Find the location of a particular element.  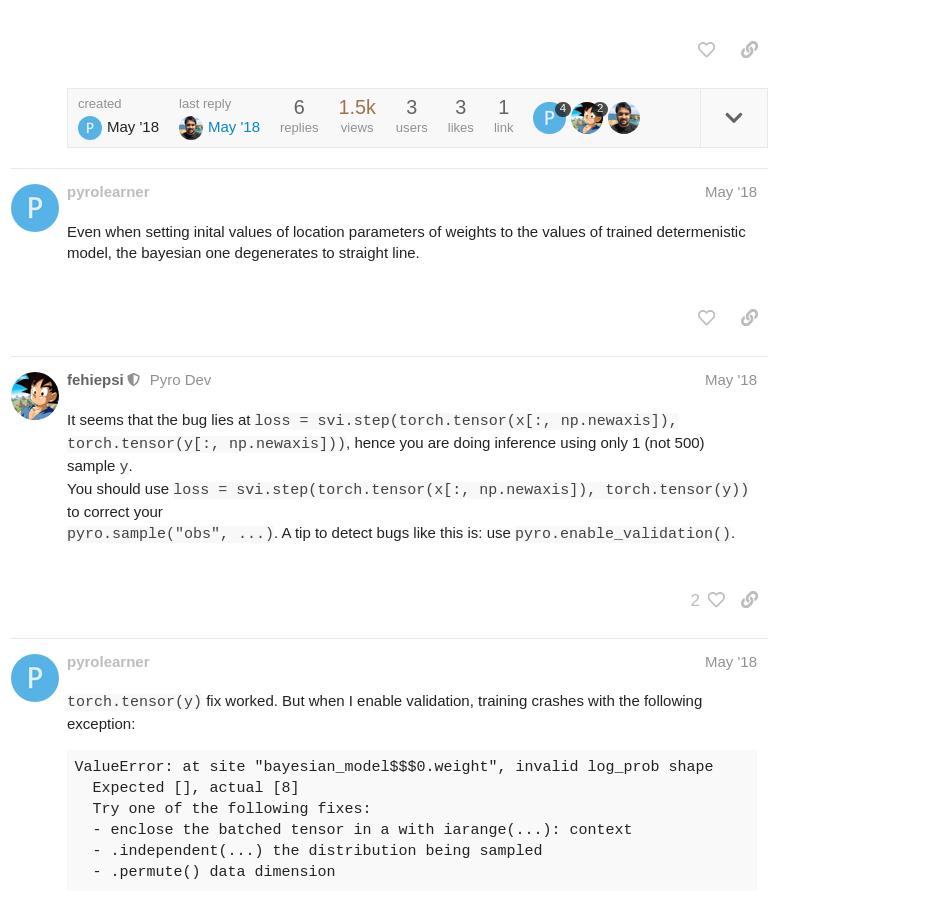

'ValueError: at site "bayesian_model$$$0.weight", invalid log_prob shape
  Expected [], actual [8]
  Try one of the following fixes:
  - enclose the batched tensor in a with iarange(...): context
  - .independent(...) the distribution being sampled
  - .permute() data dimension' is located at coordinates (392, 819).